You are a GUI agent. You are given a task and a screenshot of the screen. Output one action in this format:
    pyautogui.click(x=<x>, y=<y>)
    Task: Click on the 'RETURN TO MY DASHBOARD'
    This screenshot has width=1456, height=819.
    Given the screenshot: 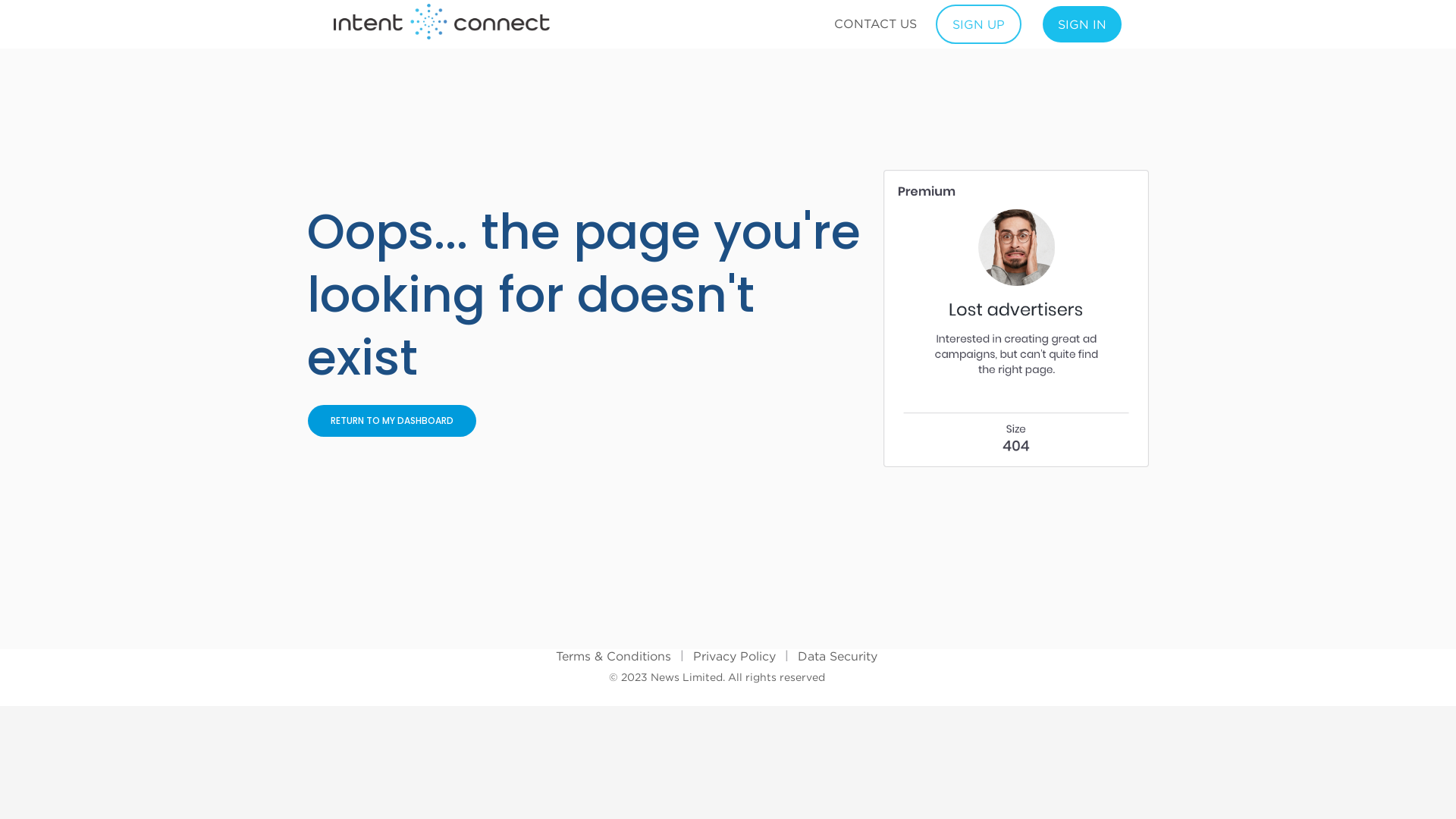 What is the action you would take?
    pyautogui.click(x=392, y=421)
    